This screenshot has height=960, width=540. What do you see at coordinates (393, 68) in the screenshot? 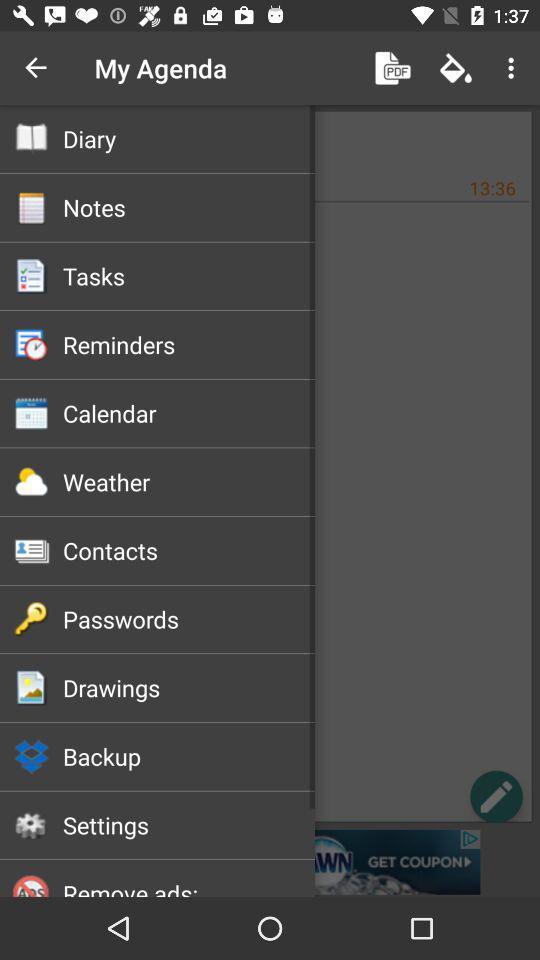
I see `the pdf file image option` at bounding box center [393, 68].